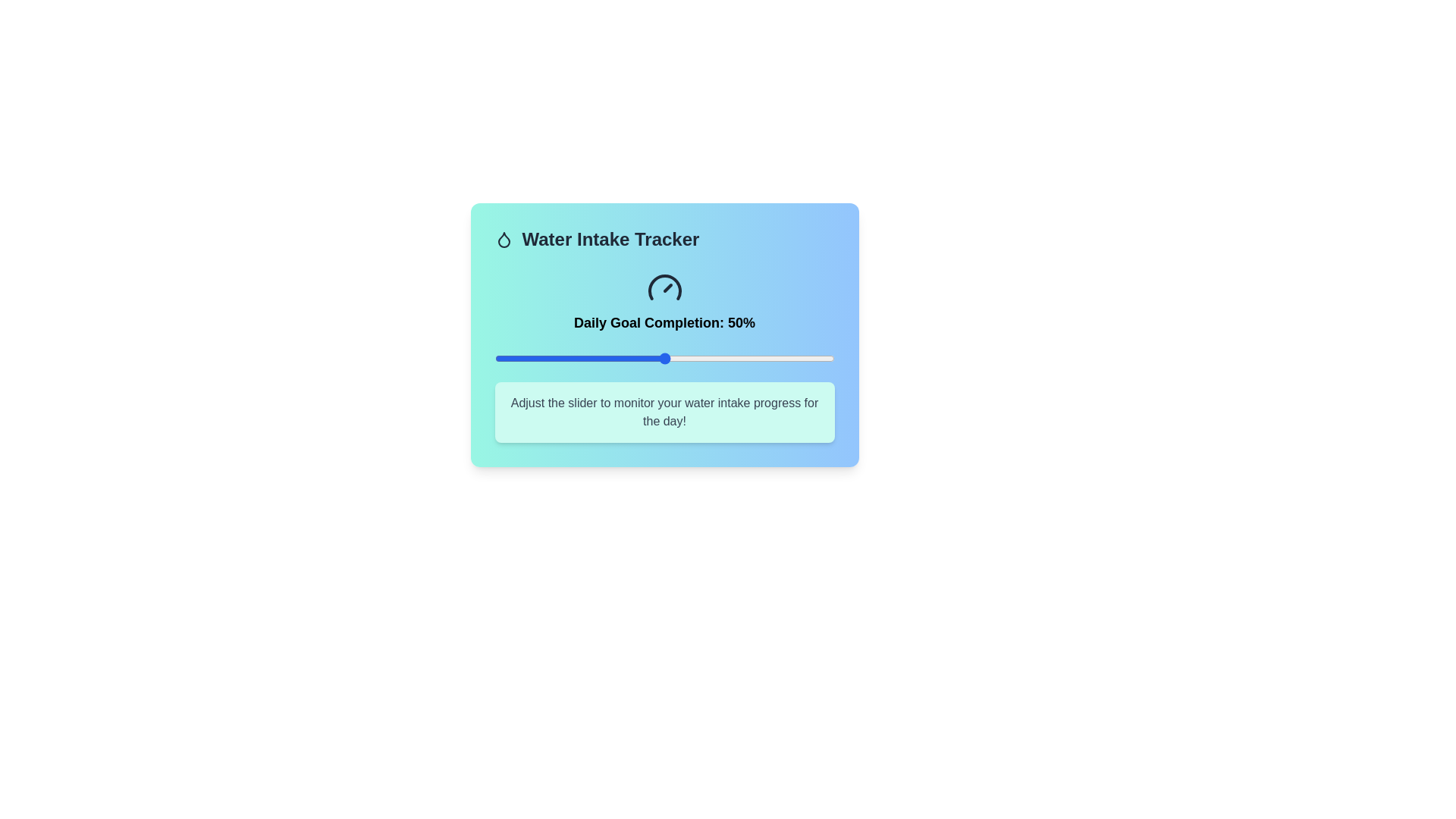 The width and height of the screenshot is (1456, 819). Describe the element at coordinates (525, 359) in the screenshot. I see `the water intake tracker slider to 9%` at that location.